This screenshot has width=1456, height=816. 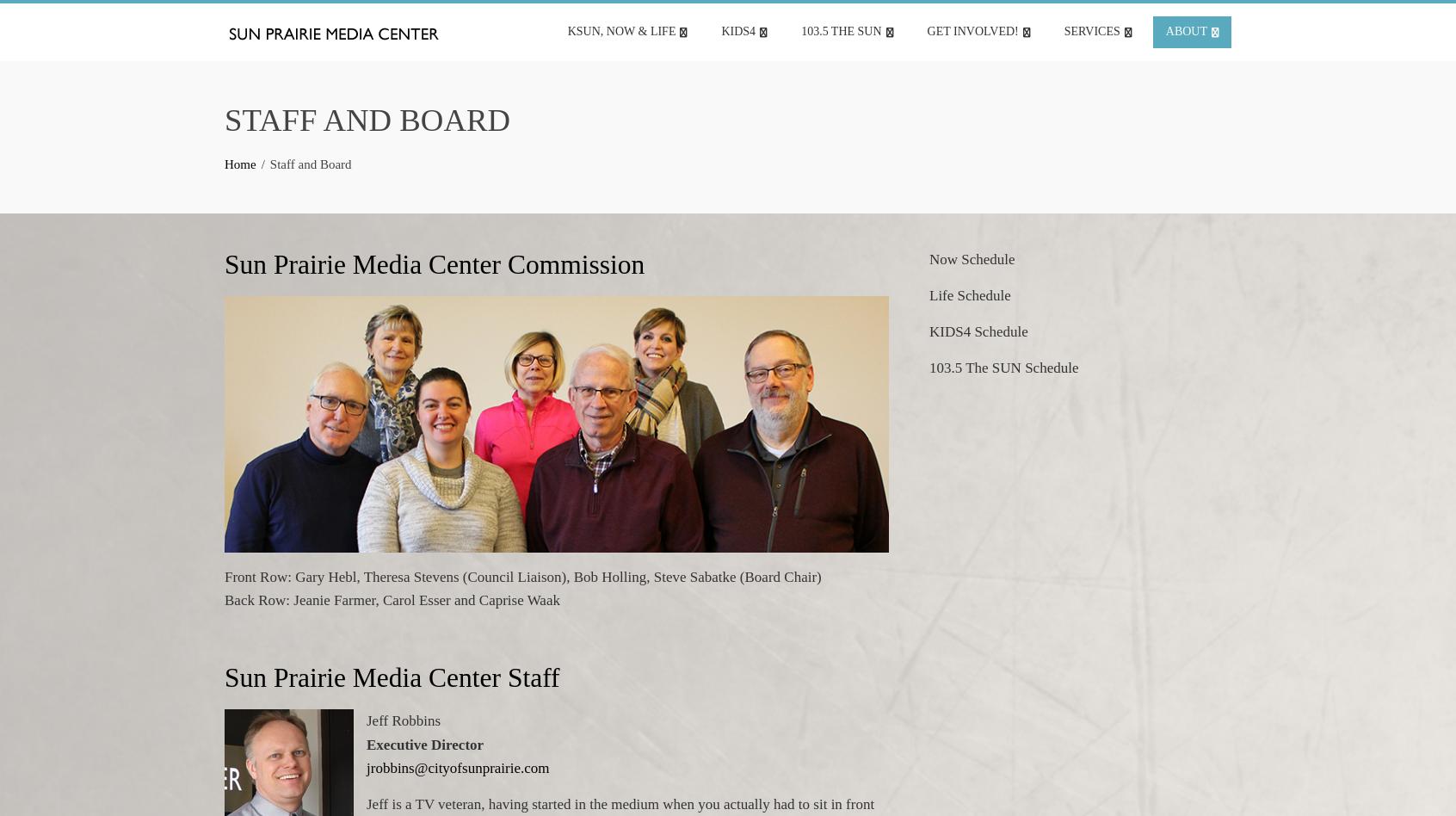 What do you see at coordinates (841, 31) in the screenshot?
I see `'103.5 The SUN'` at bounding box center [841, 31].